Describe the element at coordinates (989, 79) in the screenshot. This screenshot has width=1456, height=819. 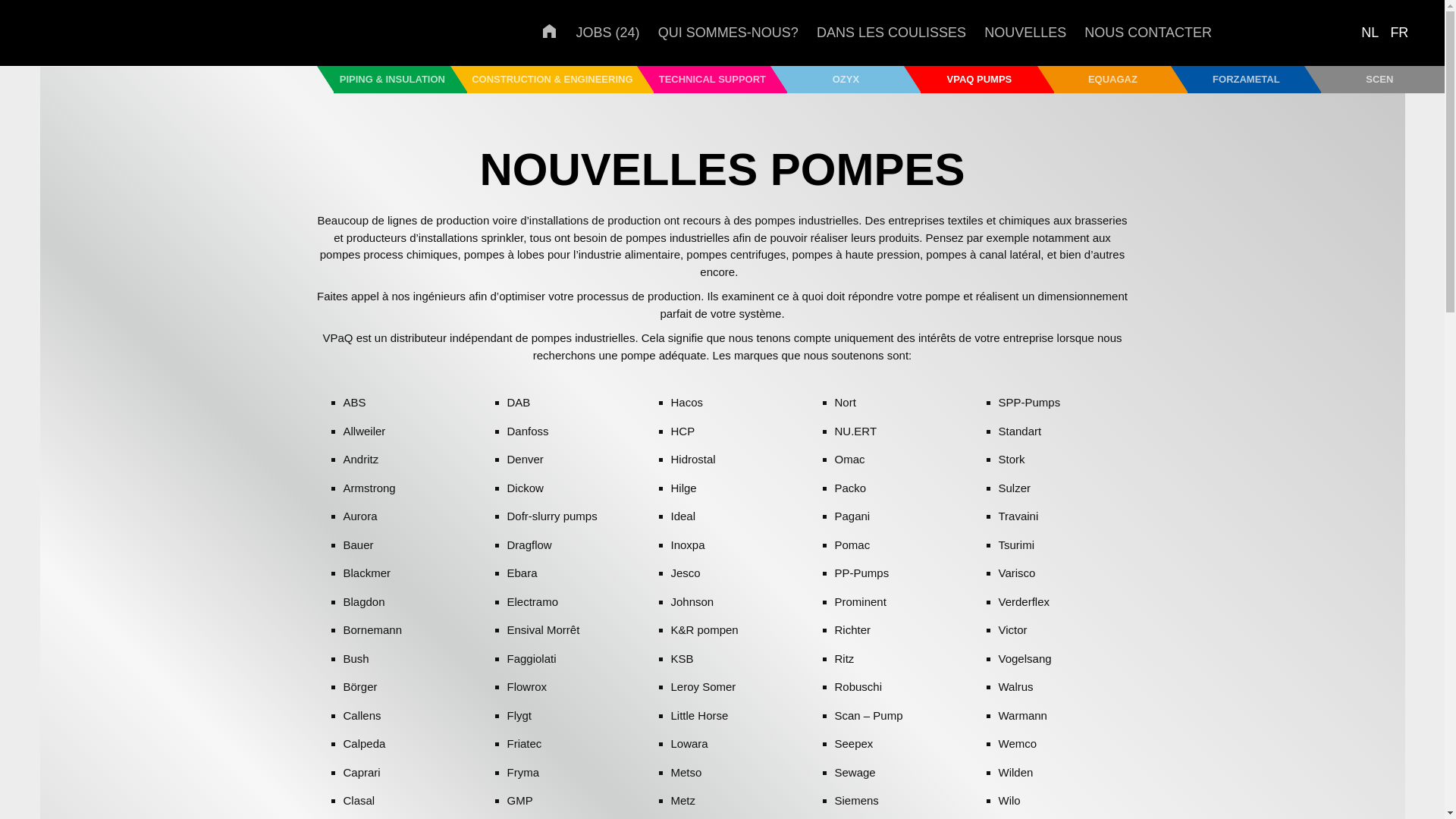
I see `'VPAQ PUMPS'` at that location.